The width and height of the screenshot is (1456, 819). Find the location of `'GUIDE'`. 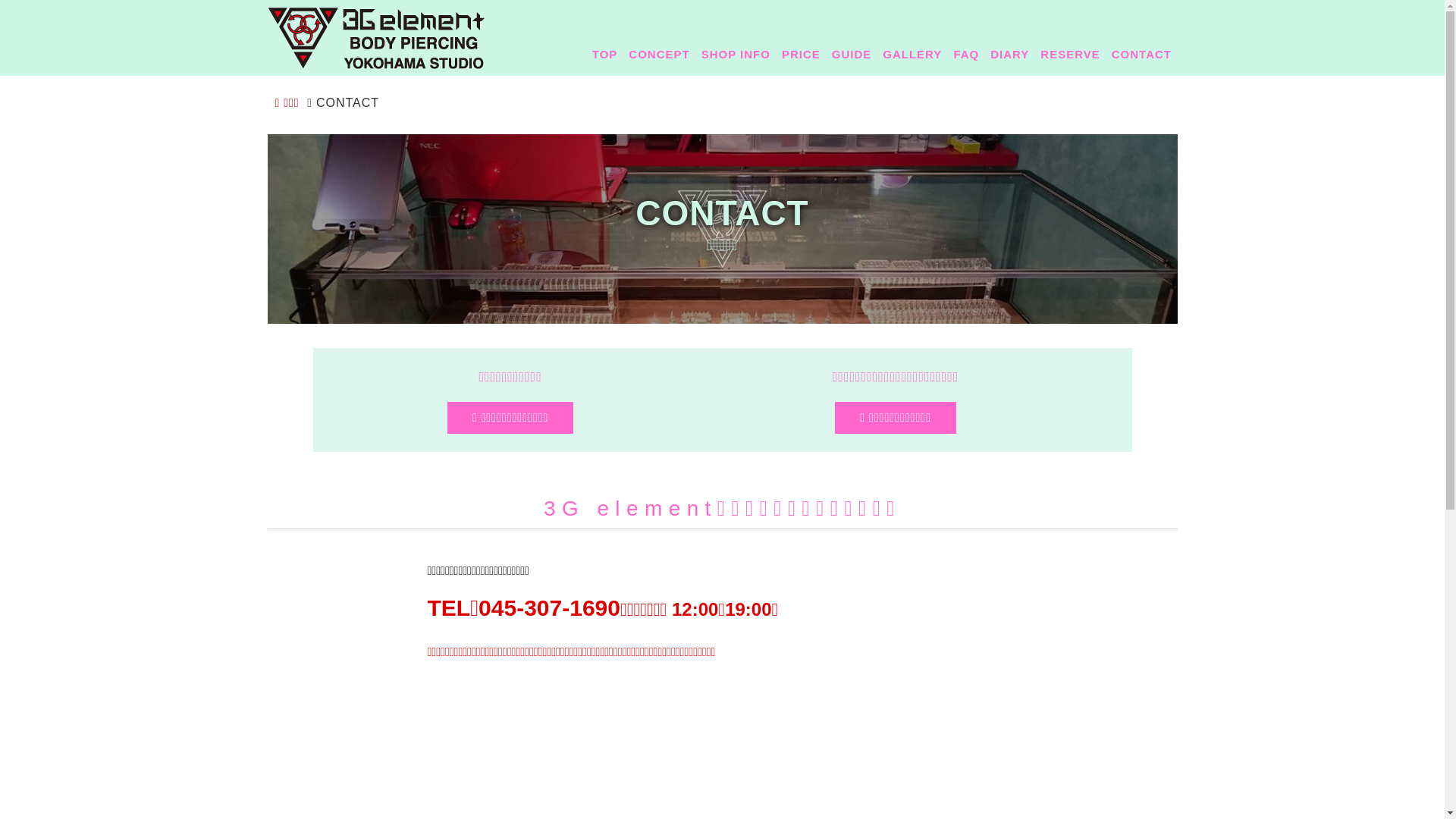

'GUIDE' is located at coordinates (852, 52).